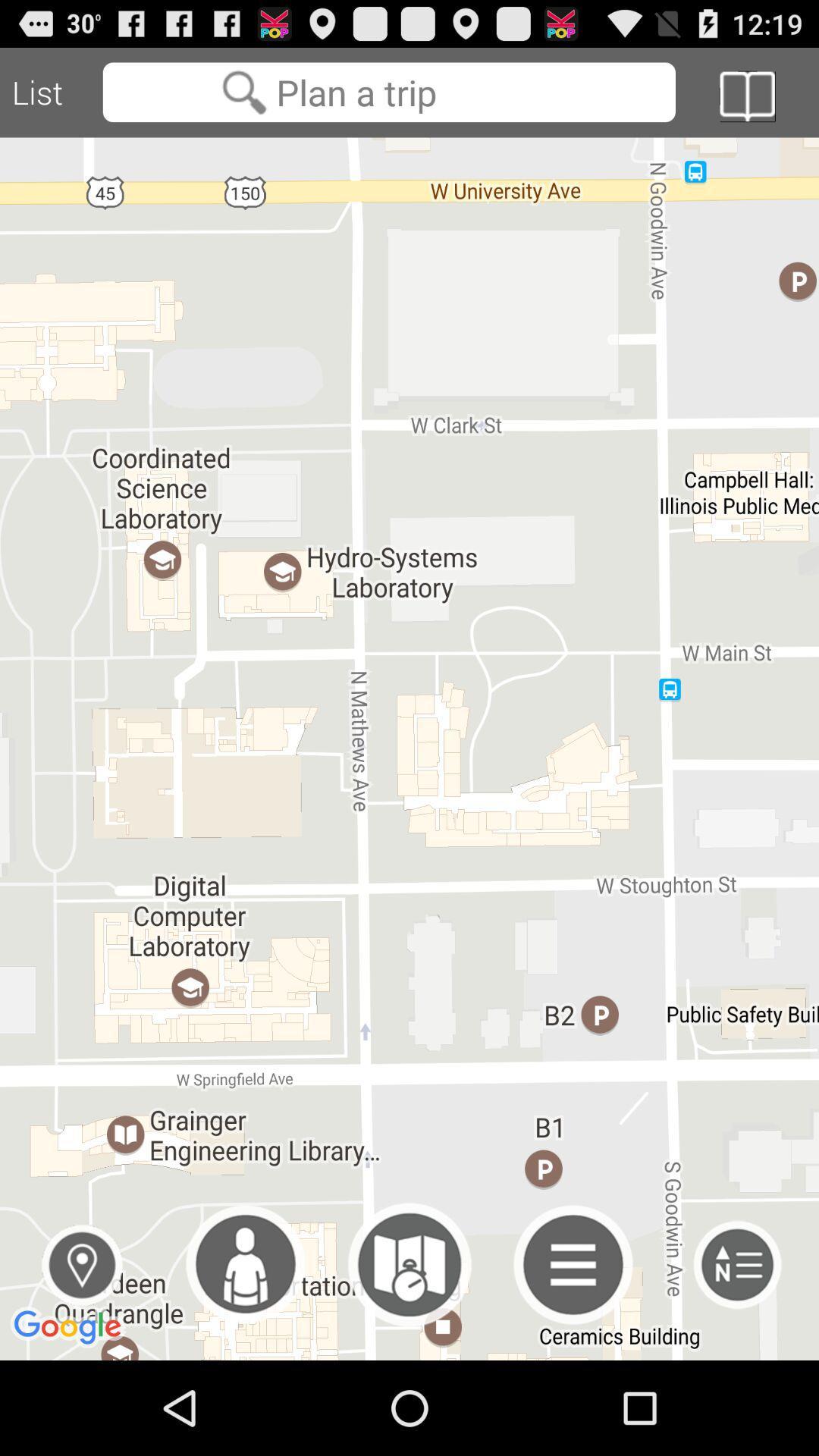 The image size is (819, 1456). I want to click on the item below the list, so click(82, 1265).